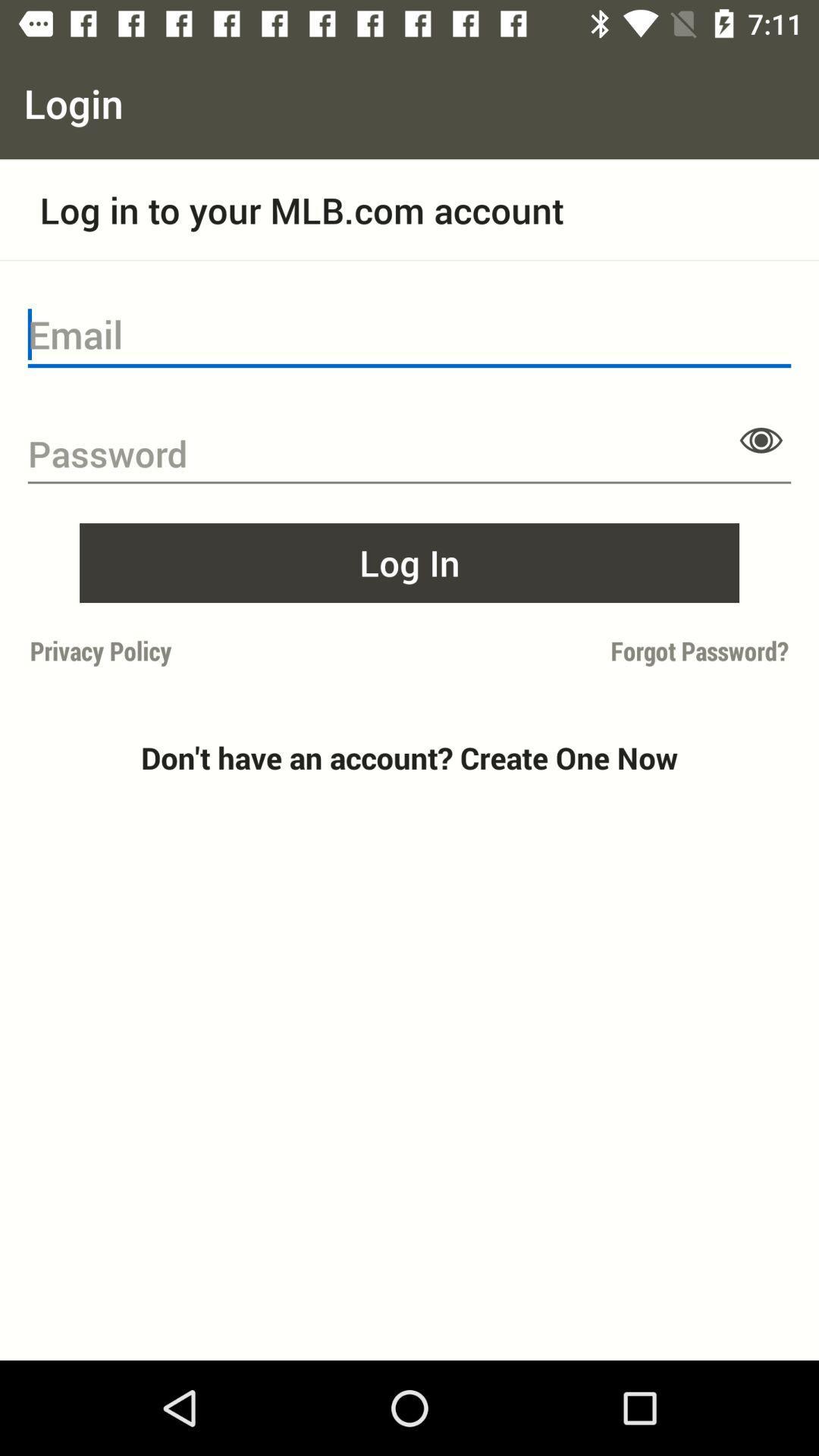 This screenshot has width=819, height=1456. What do you see at coordinates (603, 651) in the screenshot?
I see `forgot password? item` at bounding box center [603, 651].